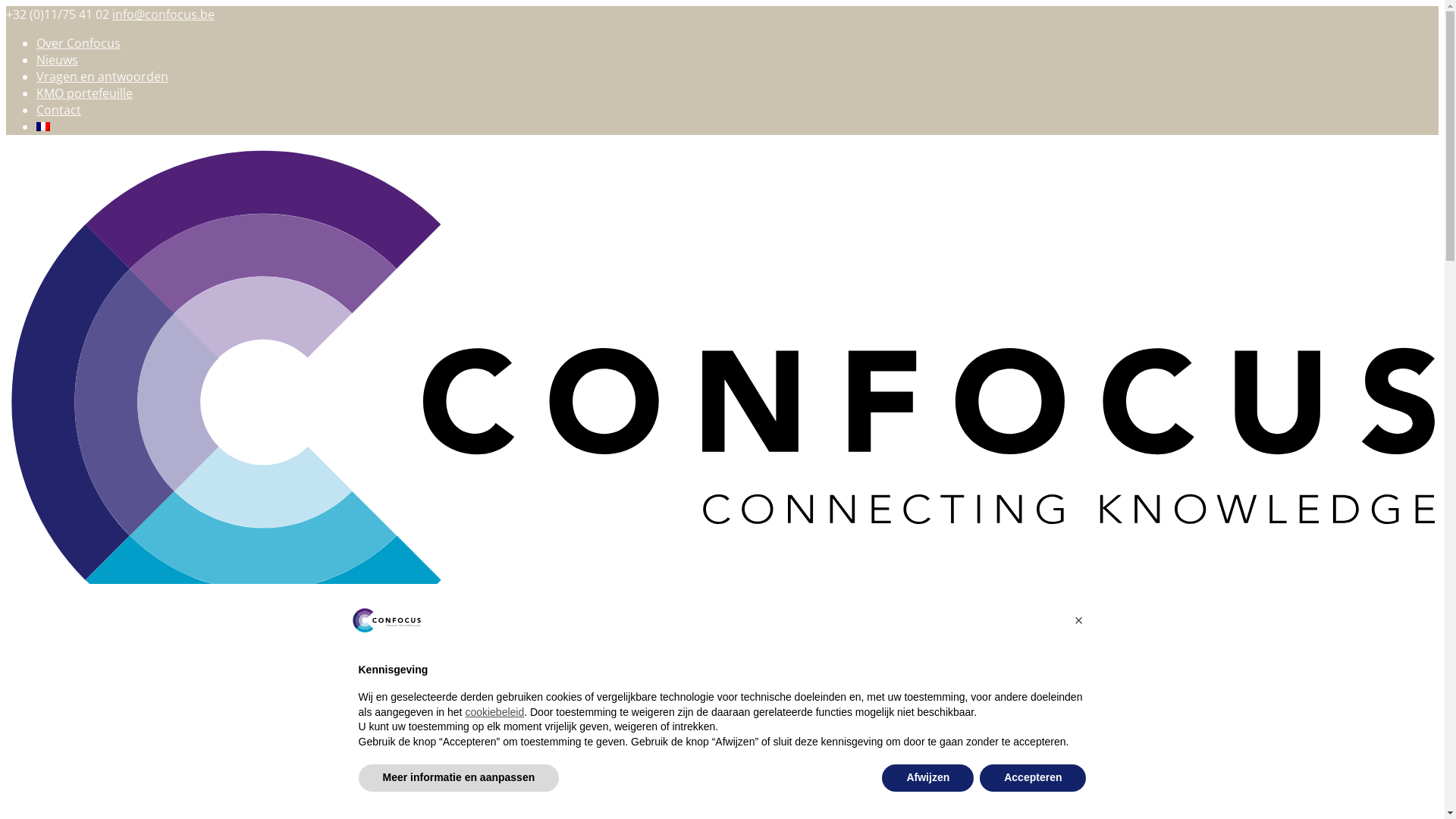  I want to click on 'Nieuws', so click(57, 58).